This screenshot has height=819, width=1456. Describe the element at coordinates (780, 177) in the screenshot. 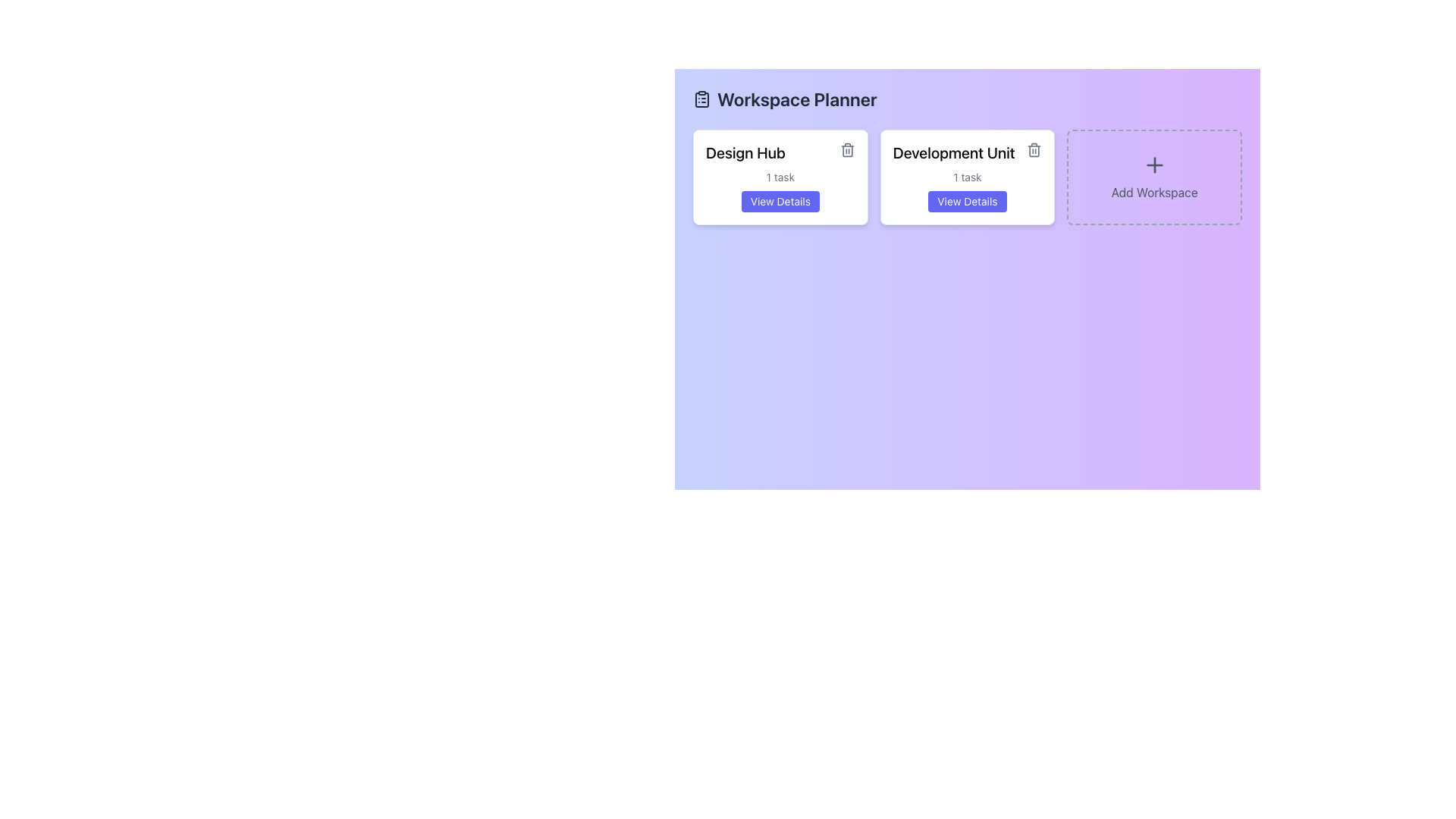

I see `the static text label displaying '1 task', which is located below the 'Design Hub' title and above the 'View Details' button` at that location.